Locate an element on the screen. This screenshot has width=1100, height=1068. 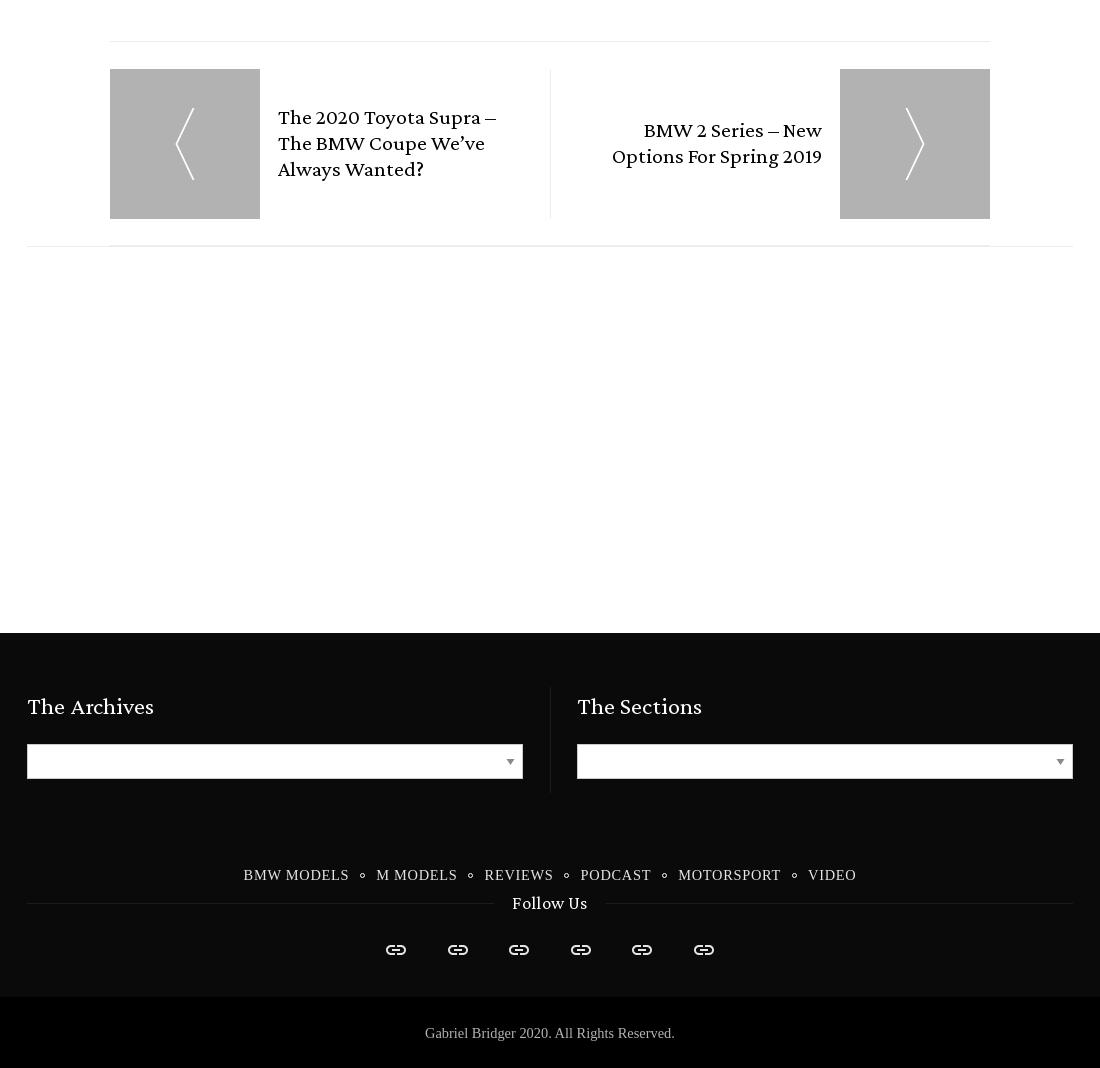
'Video' is located at coordinates (831, 877).